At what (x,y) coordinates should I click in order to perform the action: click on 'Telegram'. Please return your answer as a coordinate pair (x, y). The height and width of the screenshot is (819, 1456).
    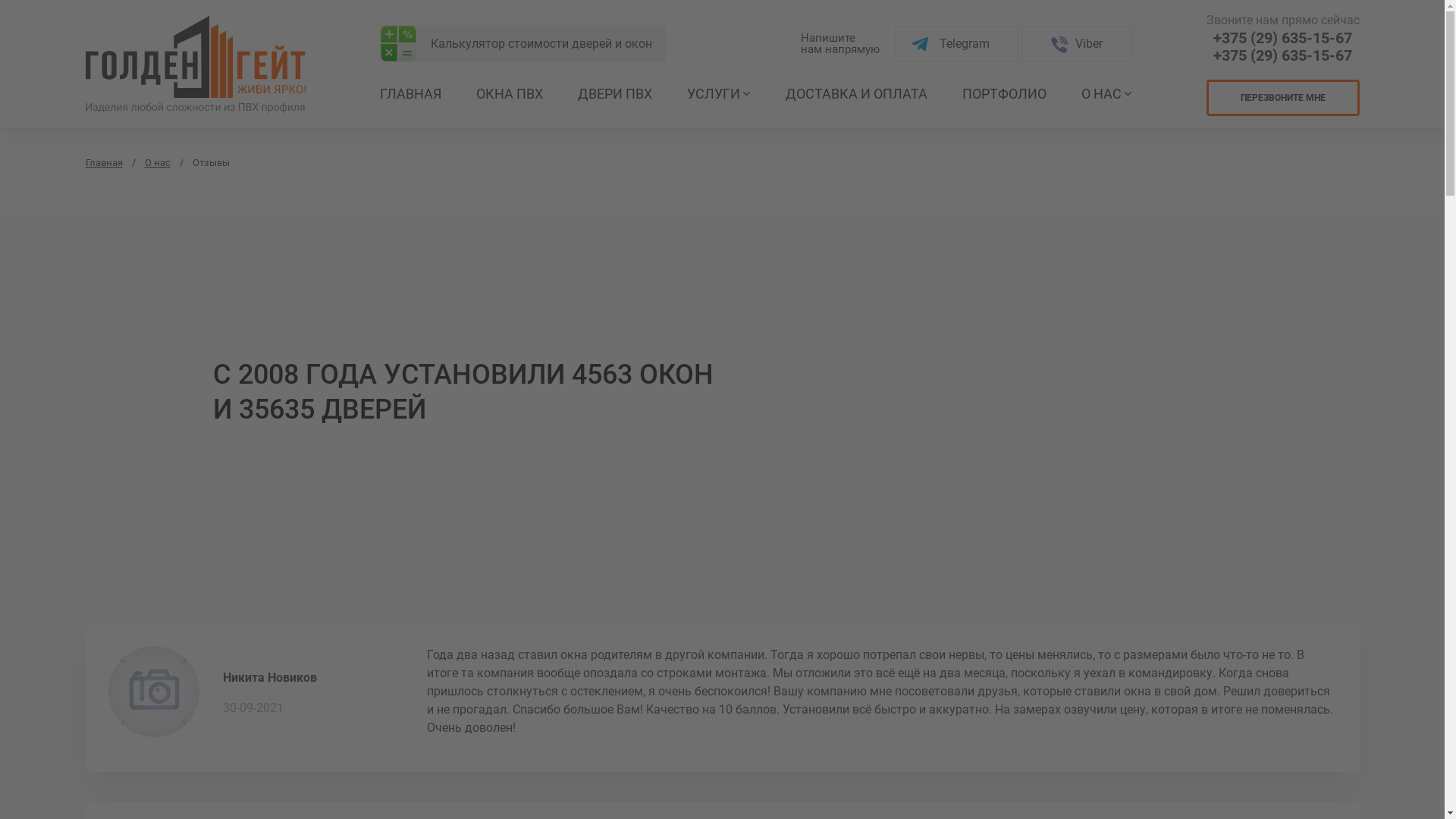
    Looking at the image, I should click on (956, 42).